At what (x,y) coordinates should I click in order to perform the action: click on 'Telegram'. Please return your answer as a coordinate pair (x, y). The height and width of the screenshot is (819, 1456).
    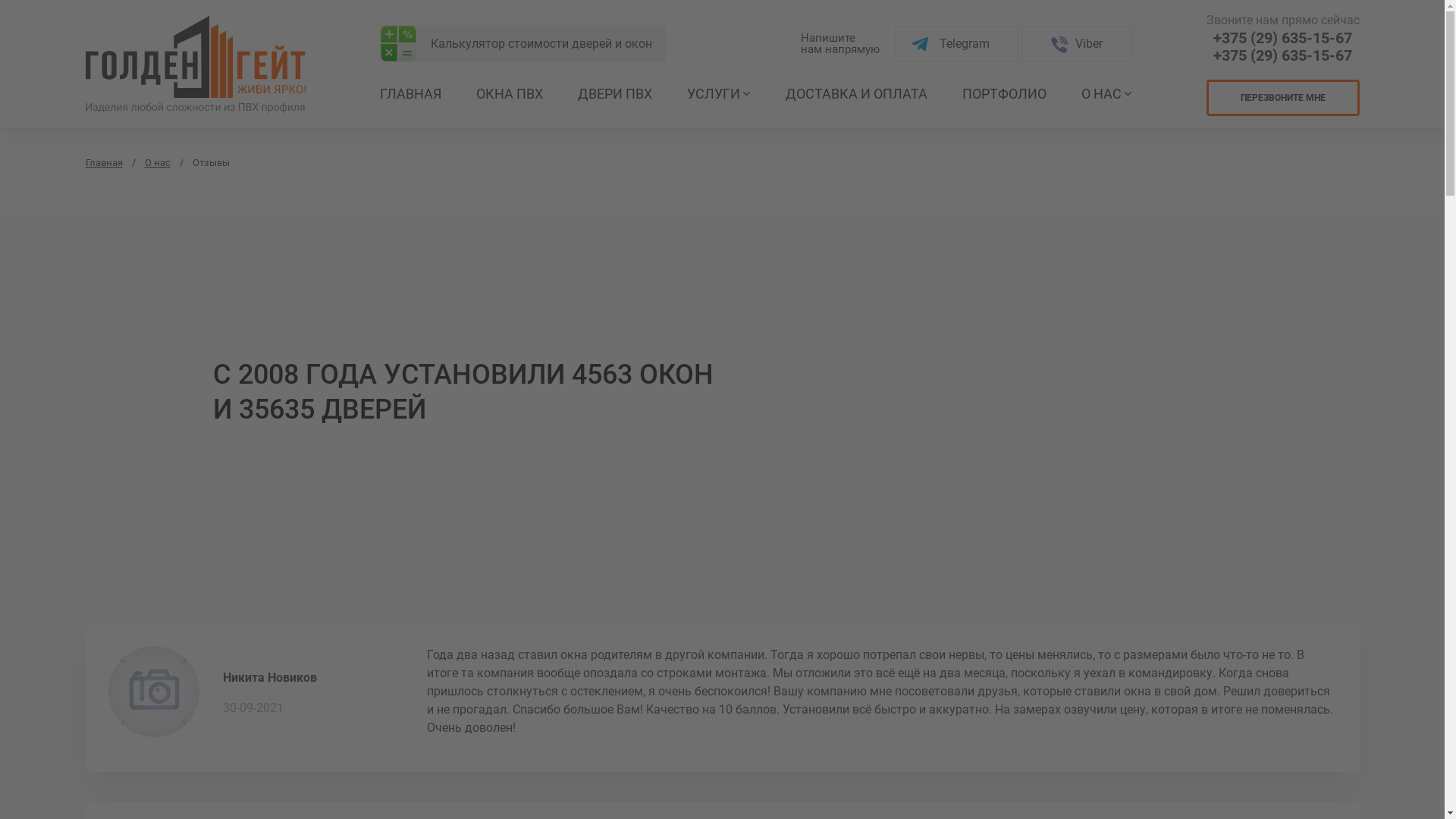
    Looking at the image, I should click on (956, 42).